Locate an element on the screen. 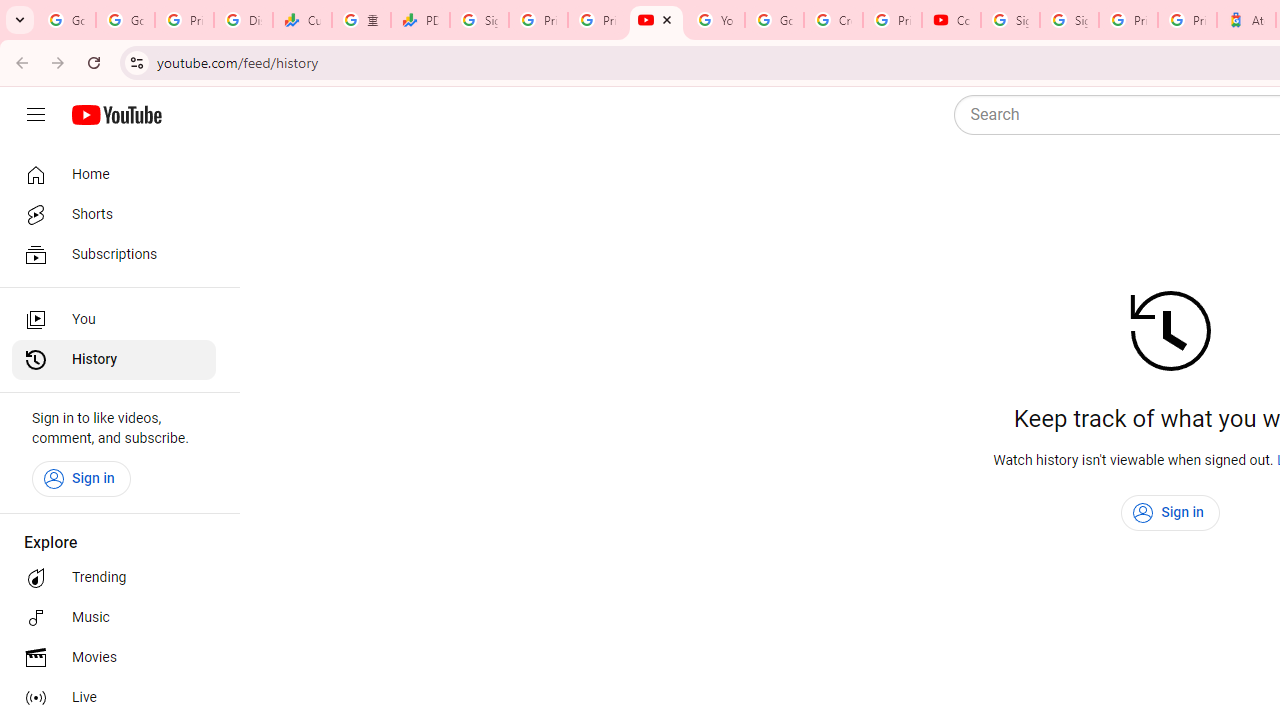 Image resolution: width=1280 pixels, height=720 pixels. 'Sign in - Google Accounts' is located at coordinates (1010, 20).